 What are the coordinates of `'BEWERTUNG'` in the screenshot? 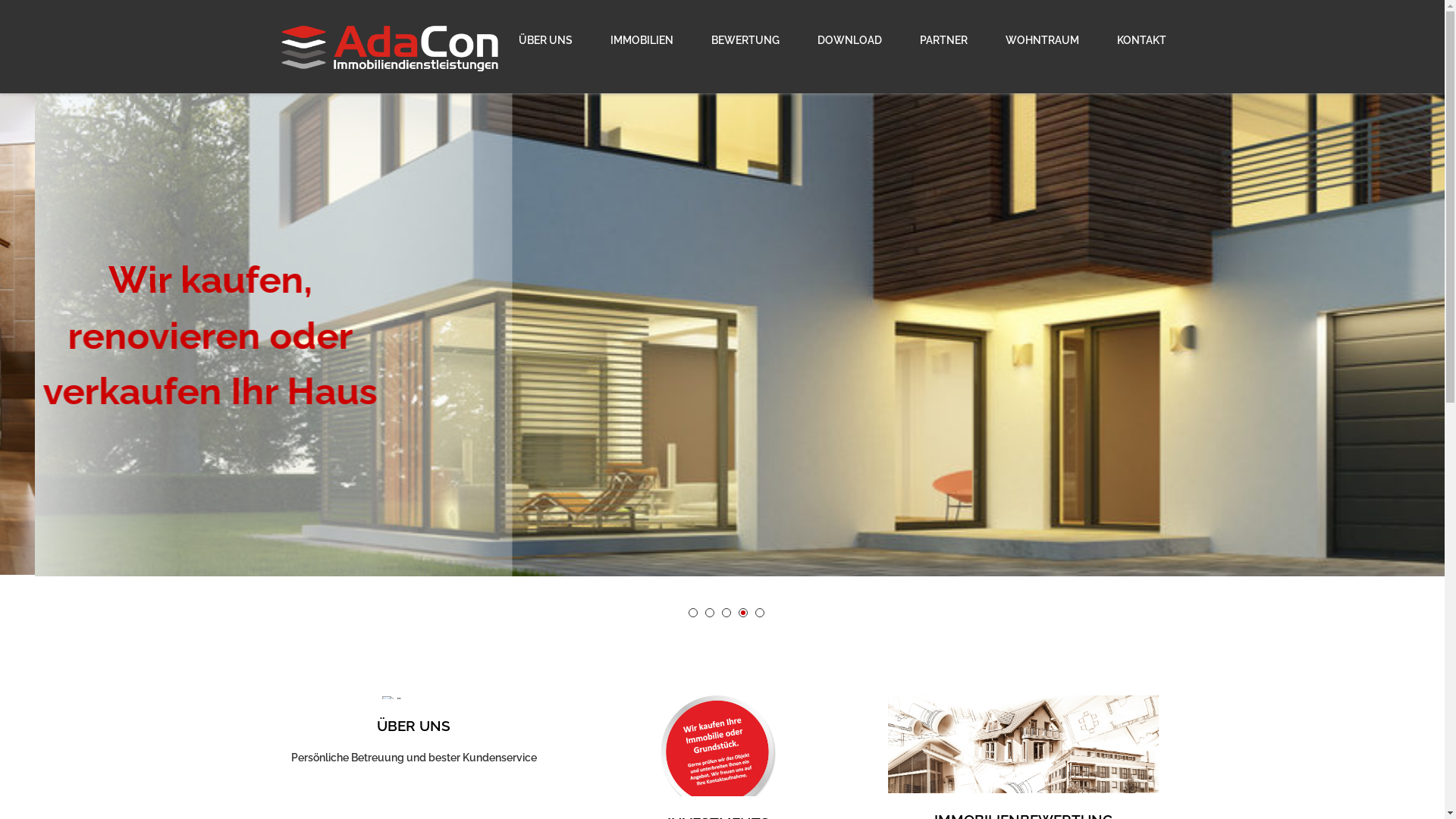 It's located at (745, 39).